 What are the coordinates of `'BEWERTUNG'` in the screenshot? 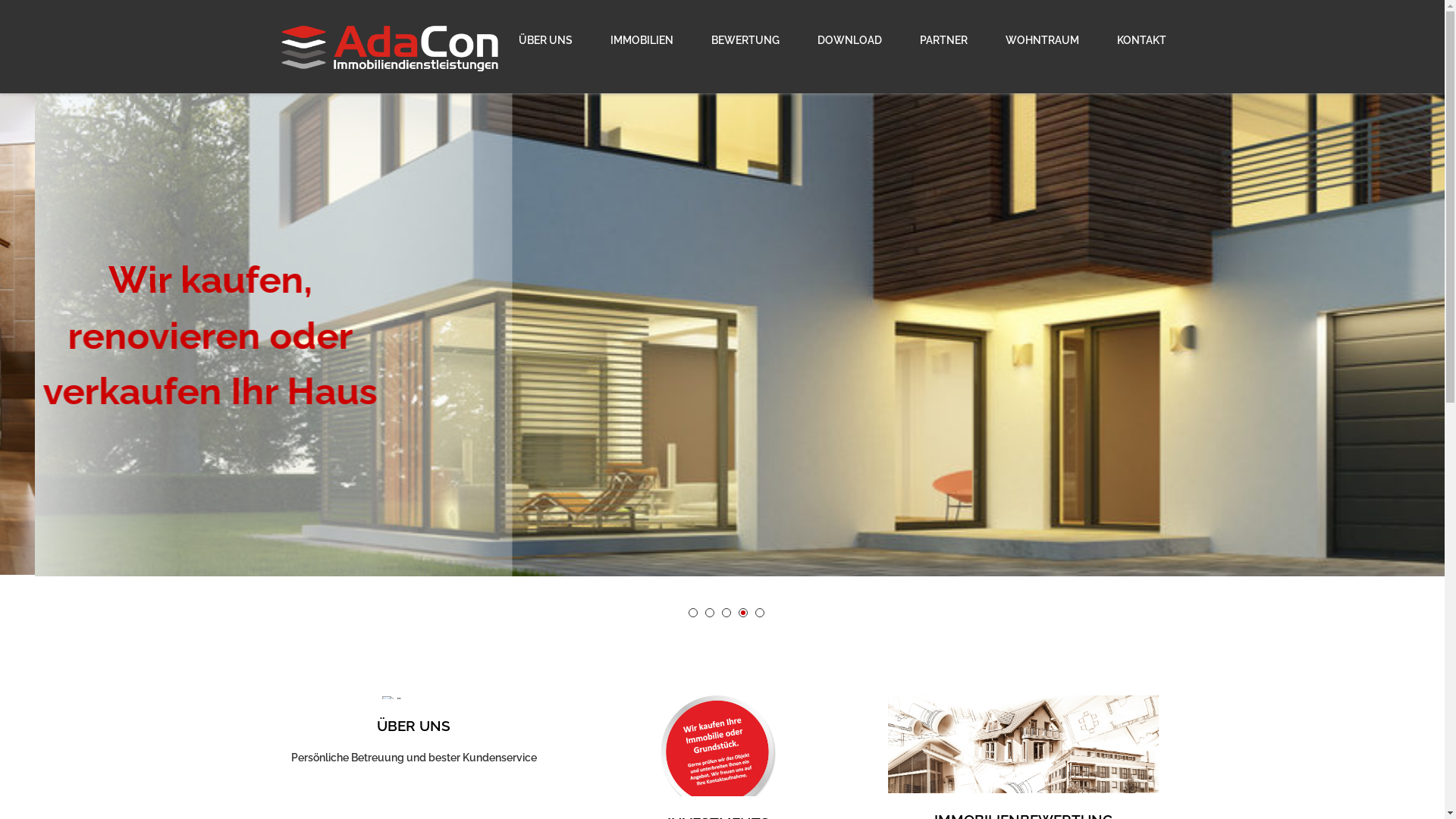 It's located at (745, 39).